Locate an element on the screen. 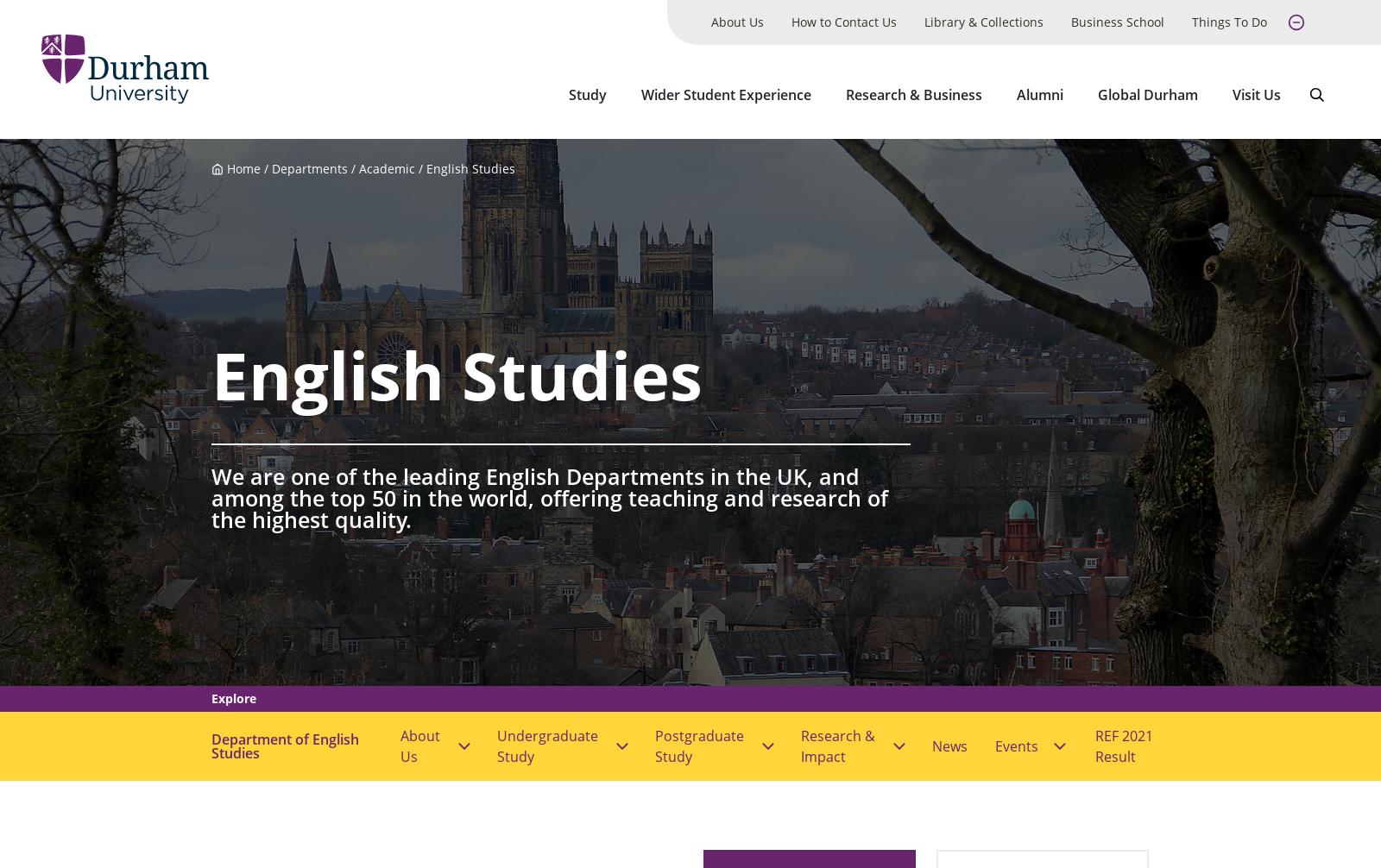  '1:00 PM to 2:30 PM' is located at coordinates (517, 97).